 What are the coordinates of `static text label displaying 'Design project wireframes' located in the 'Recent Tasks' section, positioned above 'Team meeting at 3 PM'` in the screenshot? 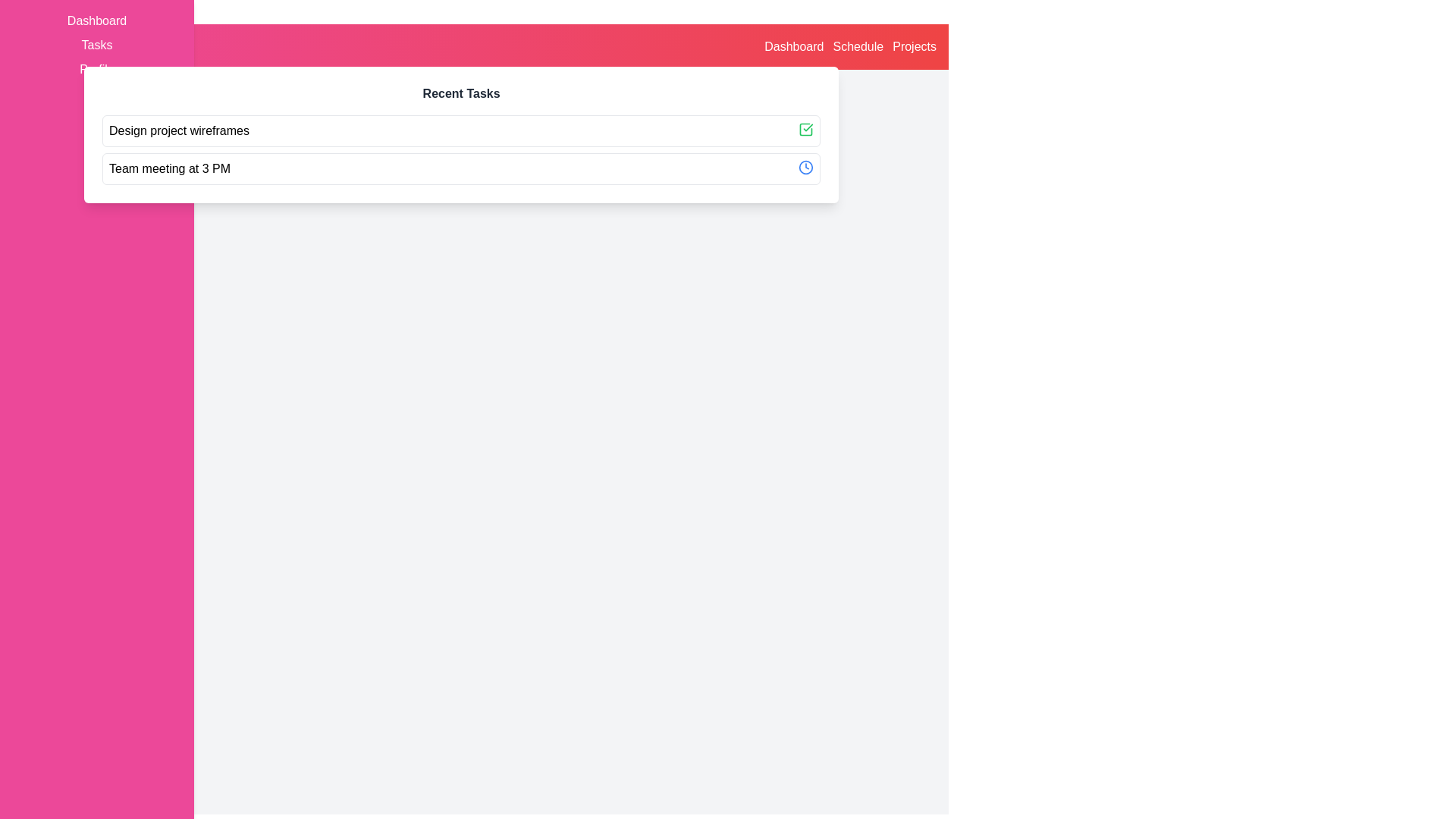 It's located at (179, 130).